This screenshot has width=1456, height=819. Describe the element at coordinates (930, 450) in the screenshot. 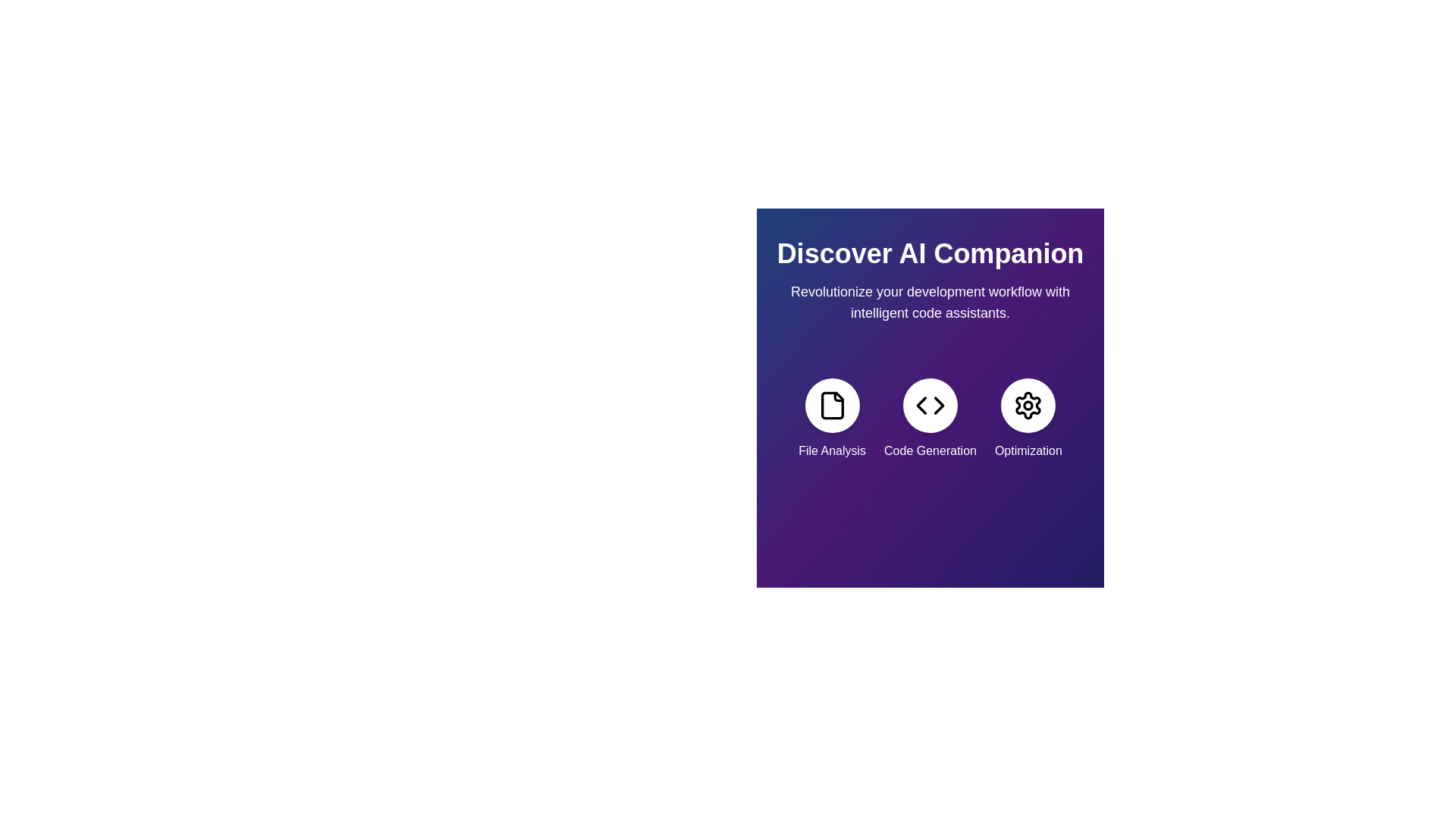

I see `the static text label providing contextual information about the code generation icon, located below the code icon and centered between 'File Analysis' and 'Optimization'` at that location.